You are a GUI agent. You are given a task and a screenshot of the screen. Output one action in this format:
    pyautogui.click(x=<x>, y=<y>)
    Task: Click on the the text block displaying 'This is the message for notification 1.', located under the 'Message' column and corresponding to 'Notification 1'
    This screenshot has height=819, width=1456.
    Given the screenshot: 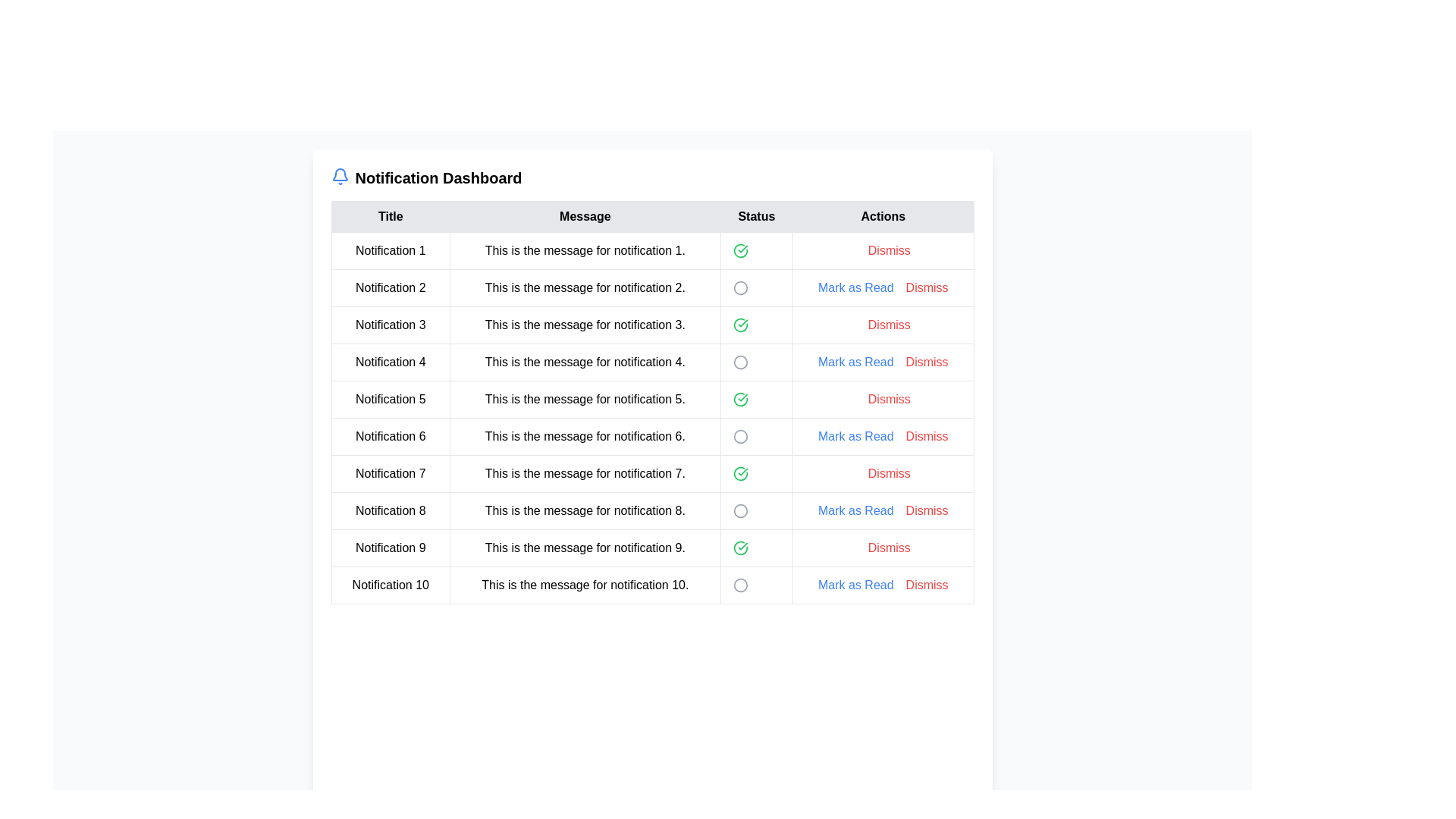 What is the action you would take?
    pyautogui.click(x=584, y=250)
    